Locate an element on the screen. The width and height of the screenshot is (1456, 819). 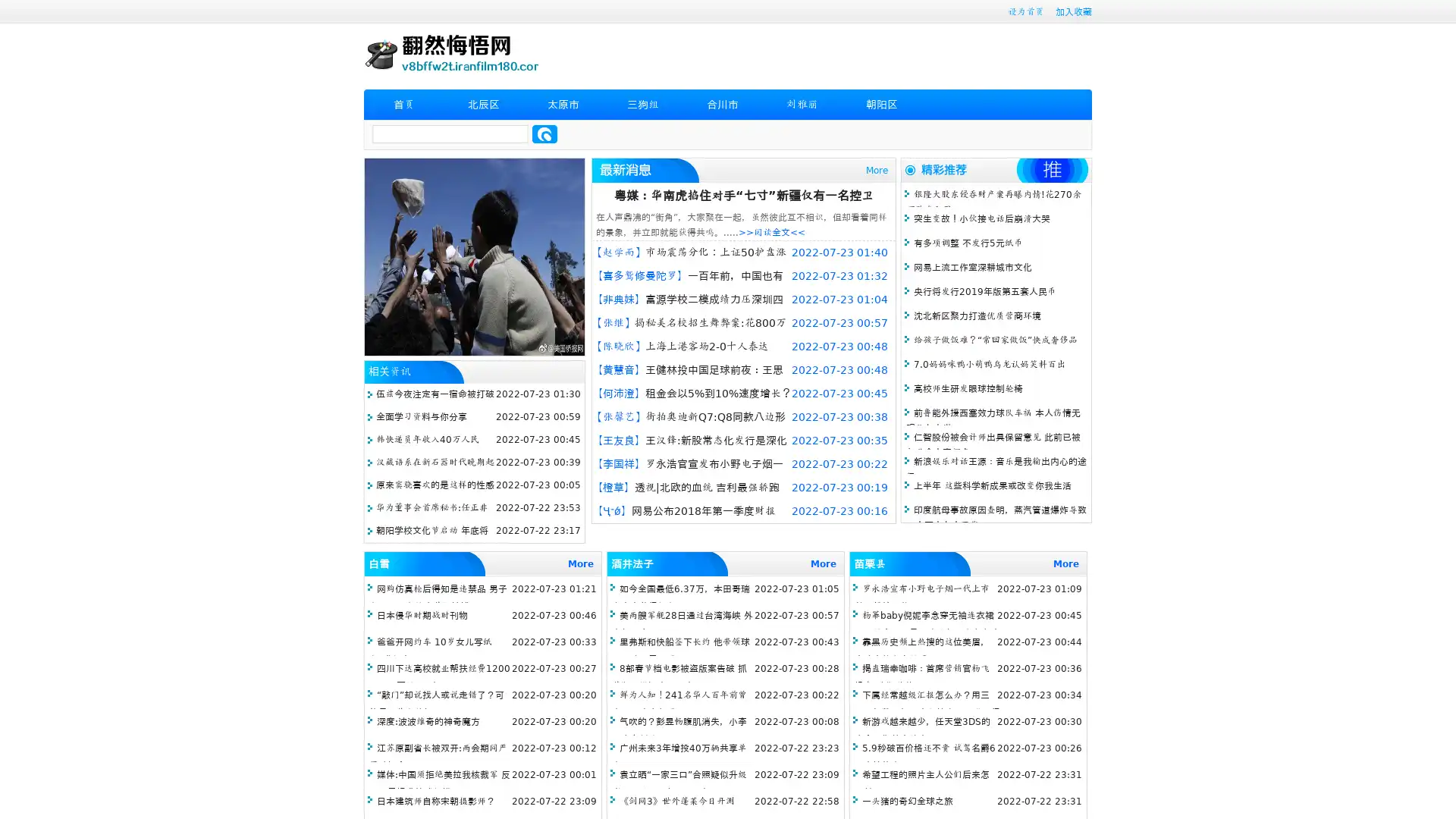
Search is located at coordinates (544, 133).